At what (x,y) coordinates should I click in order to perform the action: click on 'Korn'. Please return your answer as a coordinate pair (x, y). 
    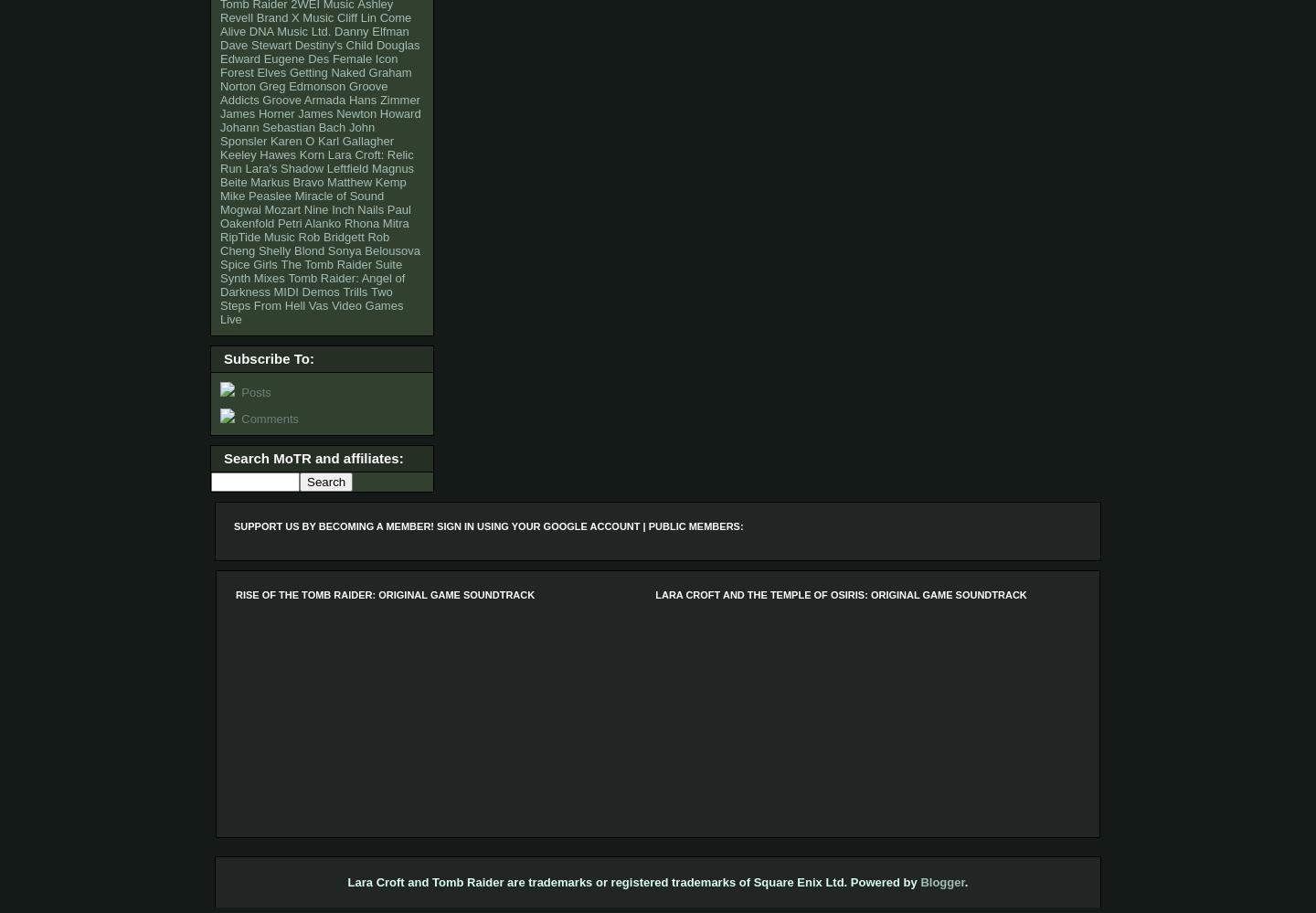
    Looking at the image, I should click on (311, 154).